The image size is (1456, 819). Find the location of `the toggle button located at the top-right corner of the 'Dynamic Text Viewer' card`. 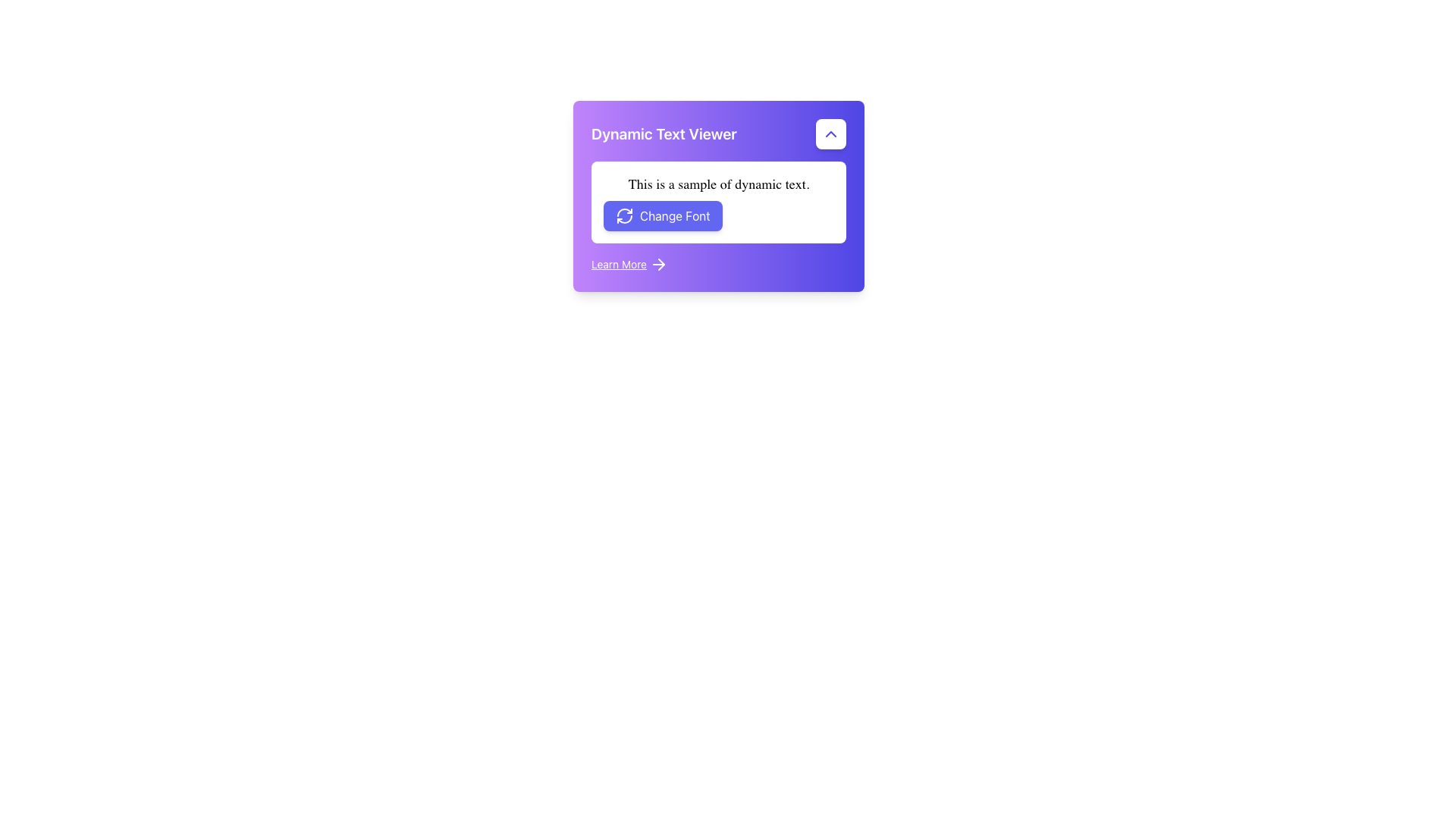

the toggle button located at the top-right corner of the 'Dynamic Text Viewer' card is located at coordinates (830, 133).